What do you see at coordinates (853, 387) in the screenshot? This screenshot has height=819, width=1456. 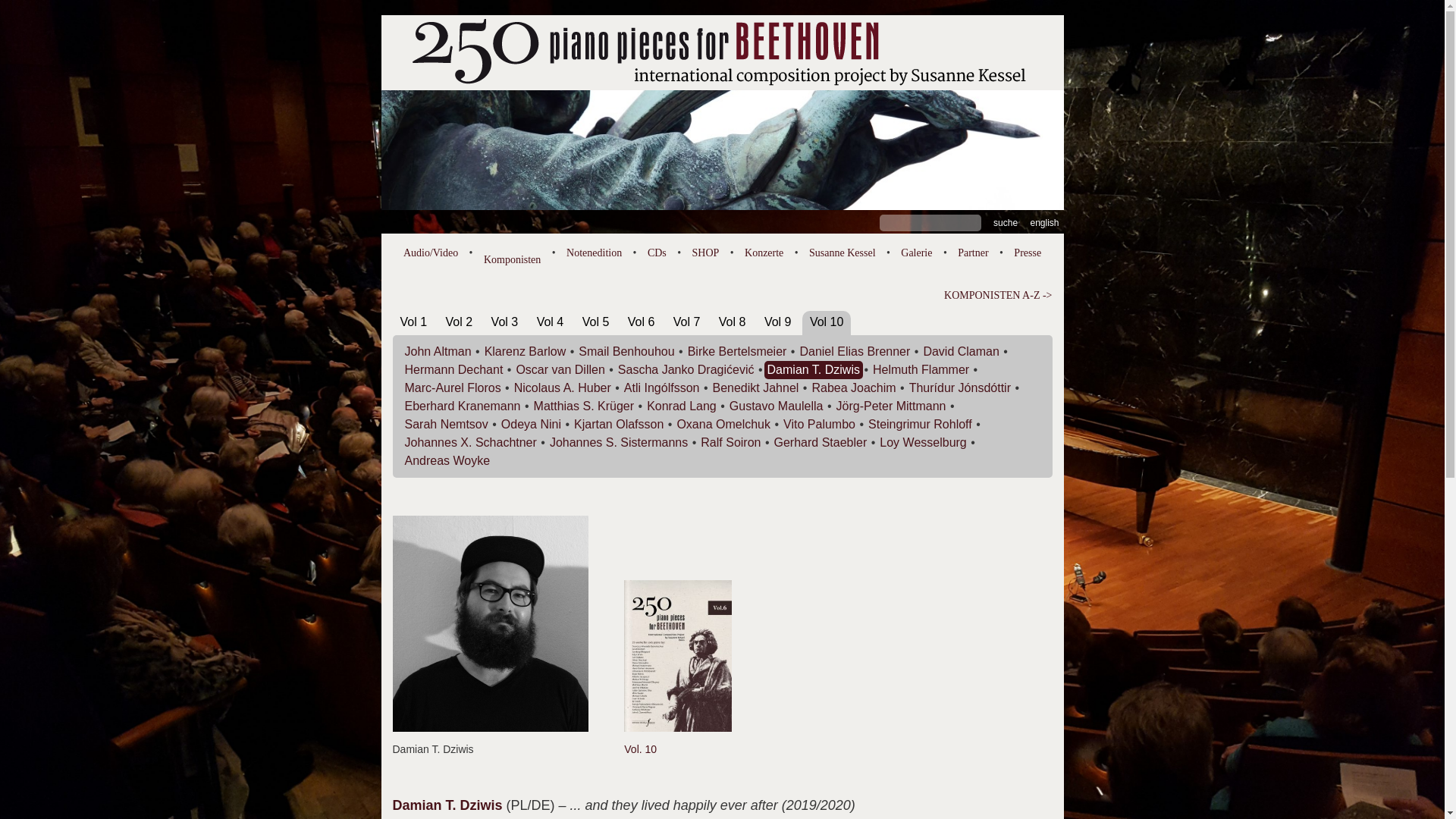 I see `'Rabea Joachim'` at bounding box center [853, 387].